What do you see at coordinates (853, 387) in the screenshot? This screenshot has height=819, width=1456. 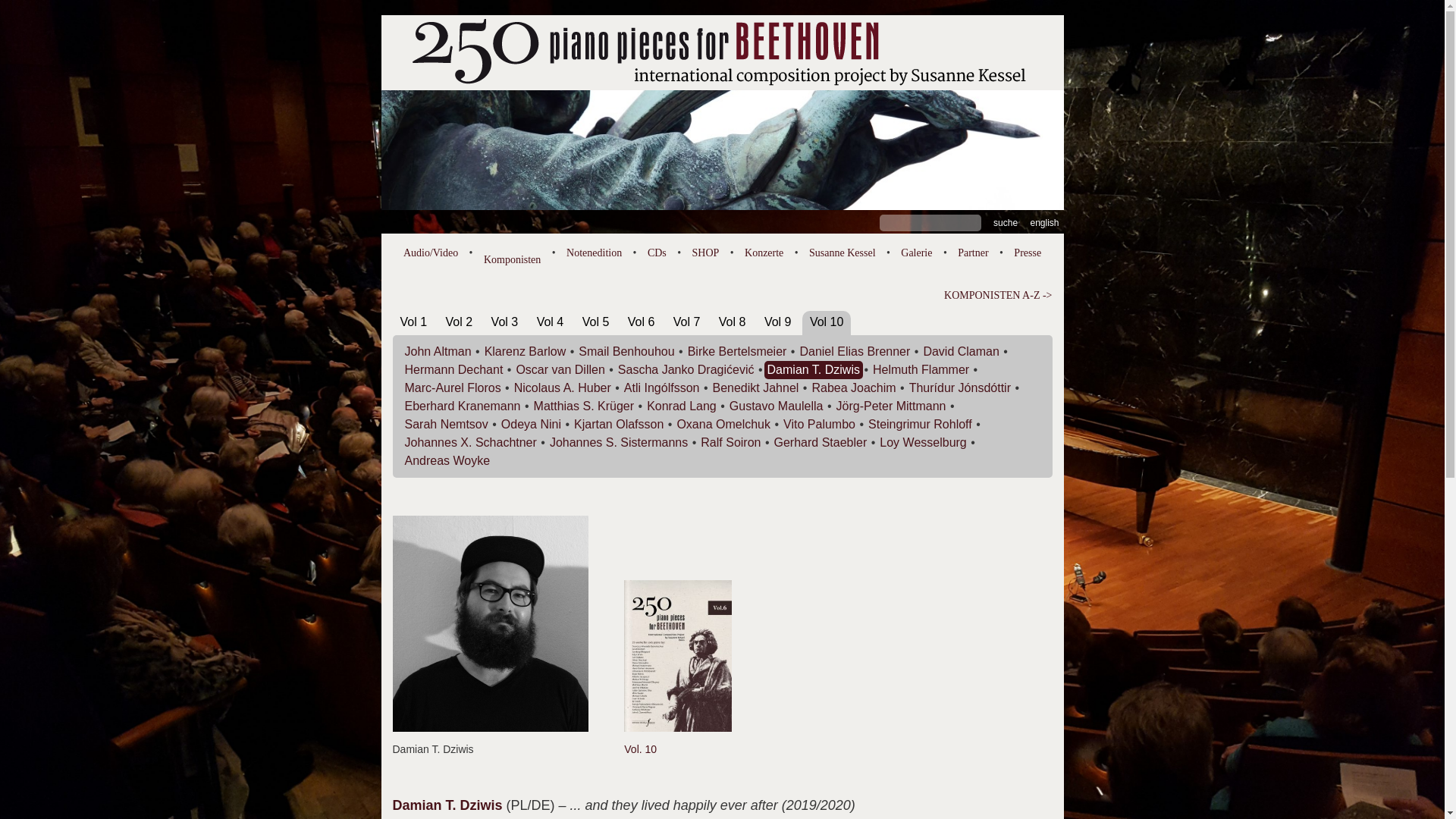 I see `'Rabea Joachim'` at bounding box center [853, 387].